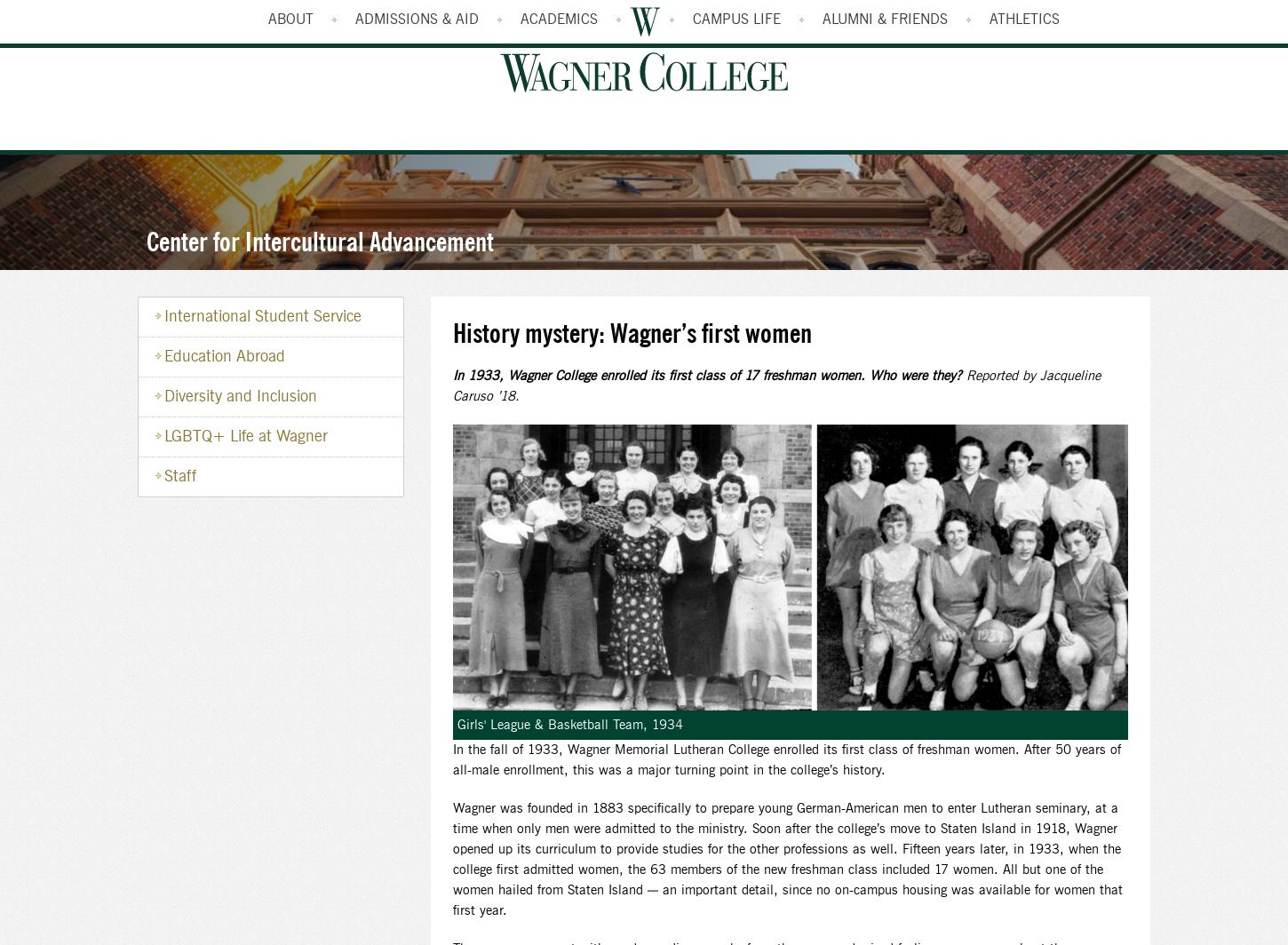  What do you see at coordinates (1006, 15) in the screenshot?
I see `'QuickLinks'` at bounding box center [1006, 15].